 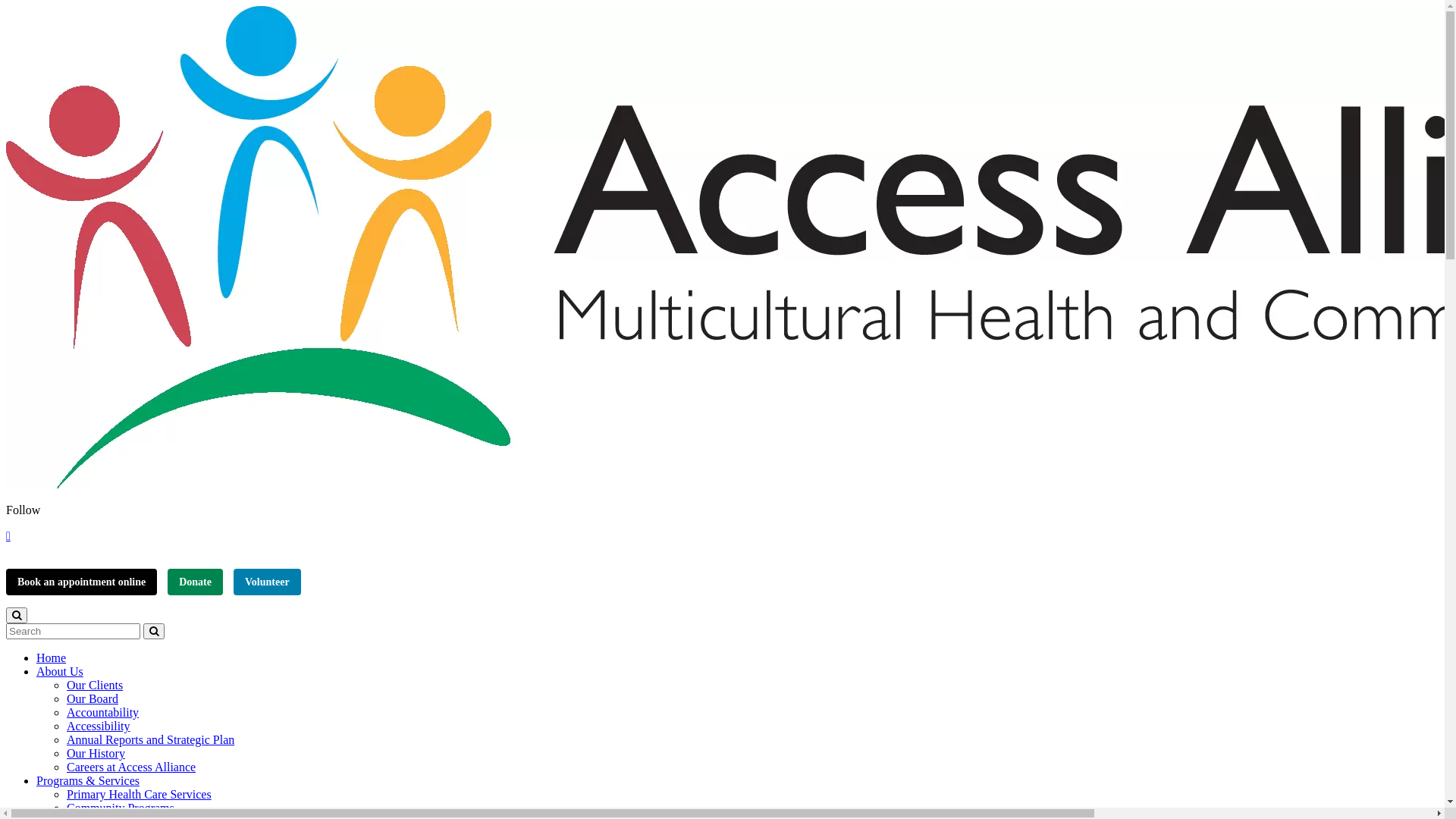 What do you see at coordinates (8, 535) in the screenshot?
I see `'Follow us on Facebook'` at bounding box center [8, 535].